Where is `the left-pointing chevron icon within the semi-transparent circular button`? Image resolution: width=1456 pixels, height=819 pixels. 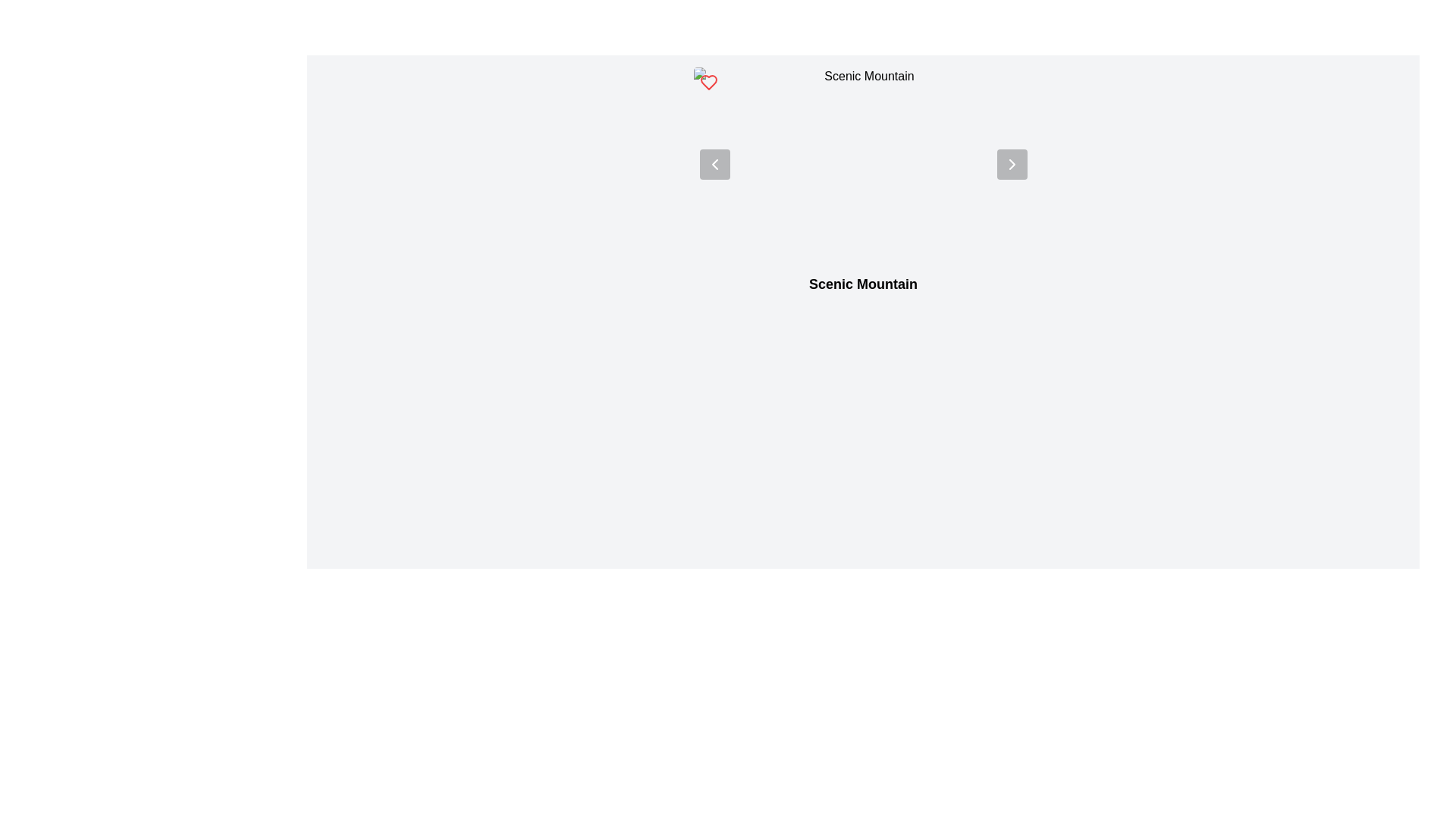
the left-pointing chevron icon within the semi-transparent circular button is located at coordinates (714, 164).